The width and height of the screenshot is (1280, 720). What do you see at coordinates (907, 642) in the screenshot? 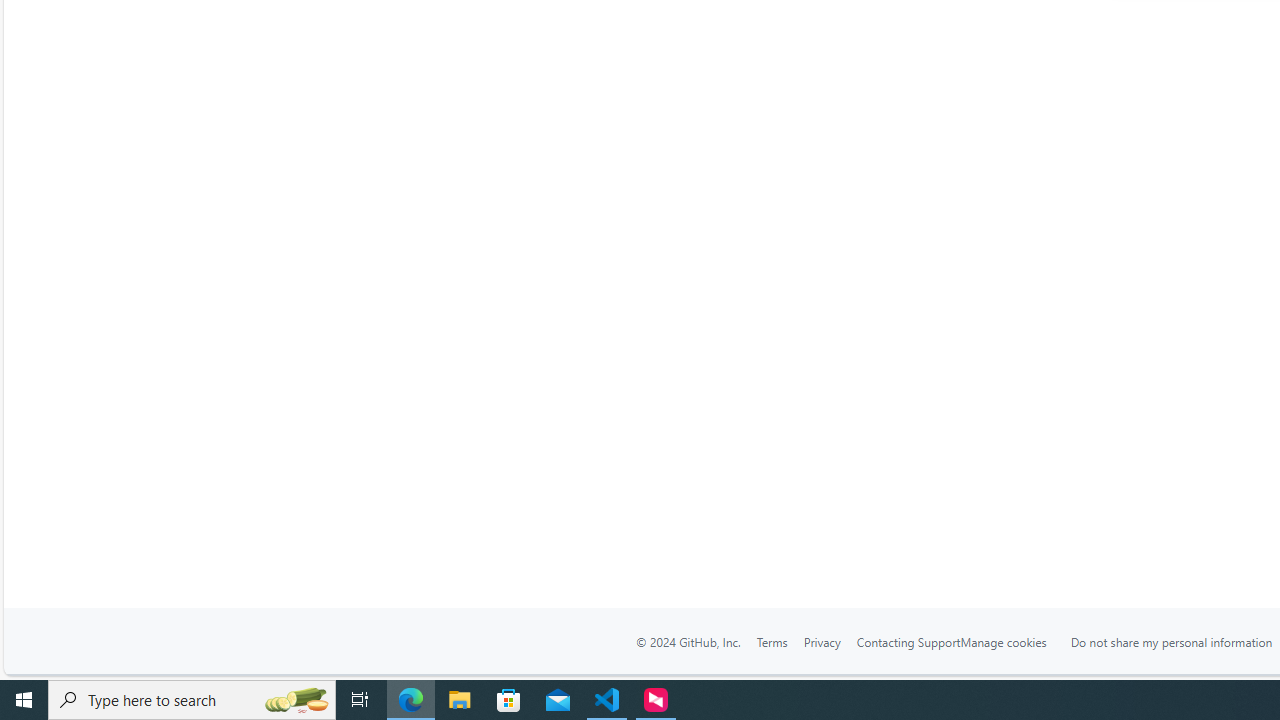
I see `'Contacting Support'` at bounding box center [907, 642].